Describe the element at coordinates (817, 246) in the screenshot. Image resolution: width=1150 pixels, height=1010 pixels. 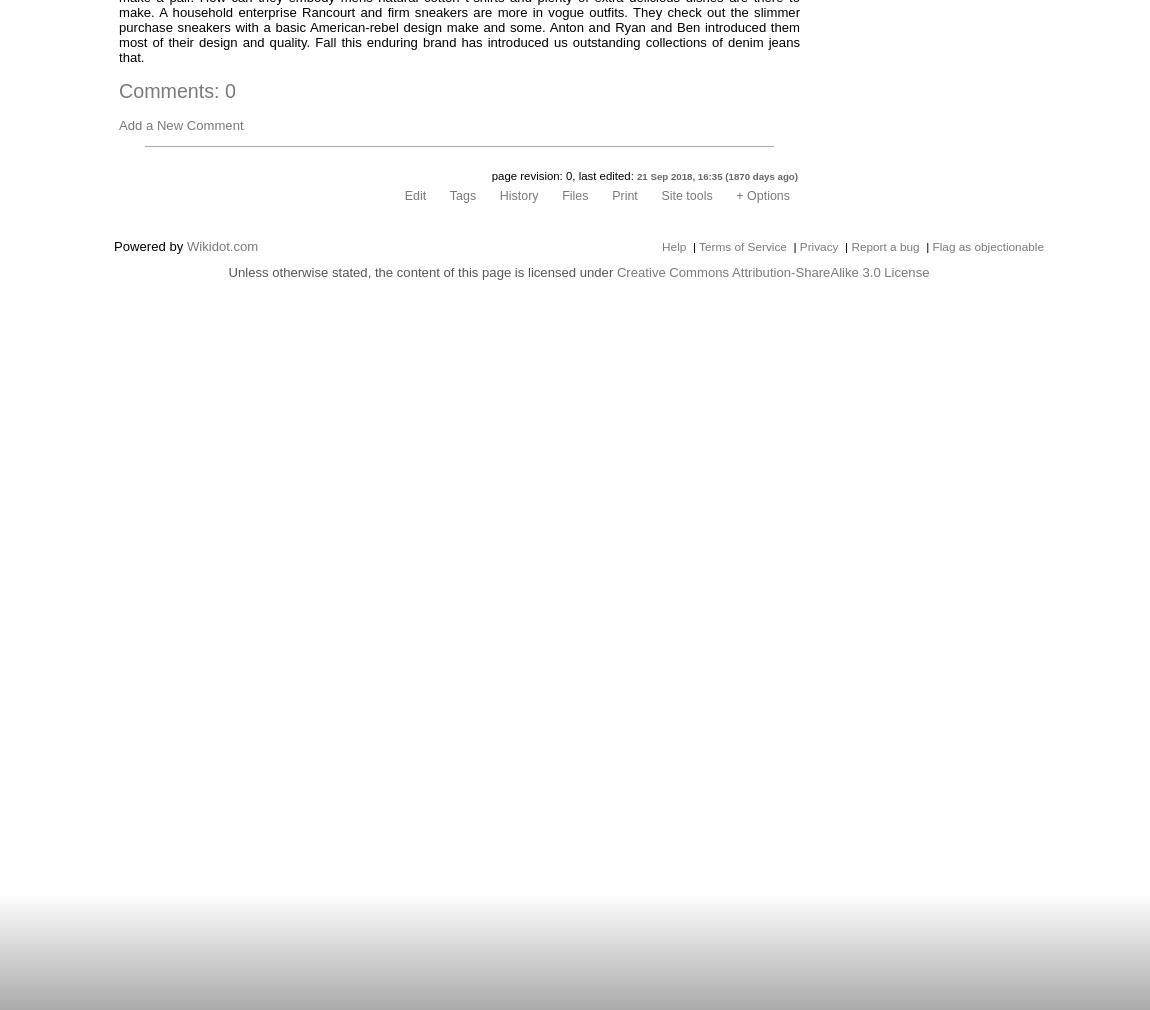
I see `'Privacy'` at that location.